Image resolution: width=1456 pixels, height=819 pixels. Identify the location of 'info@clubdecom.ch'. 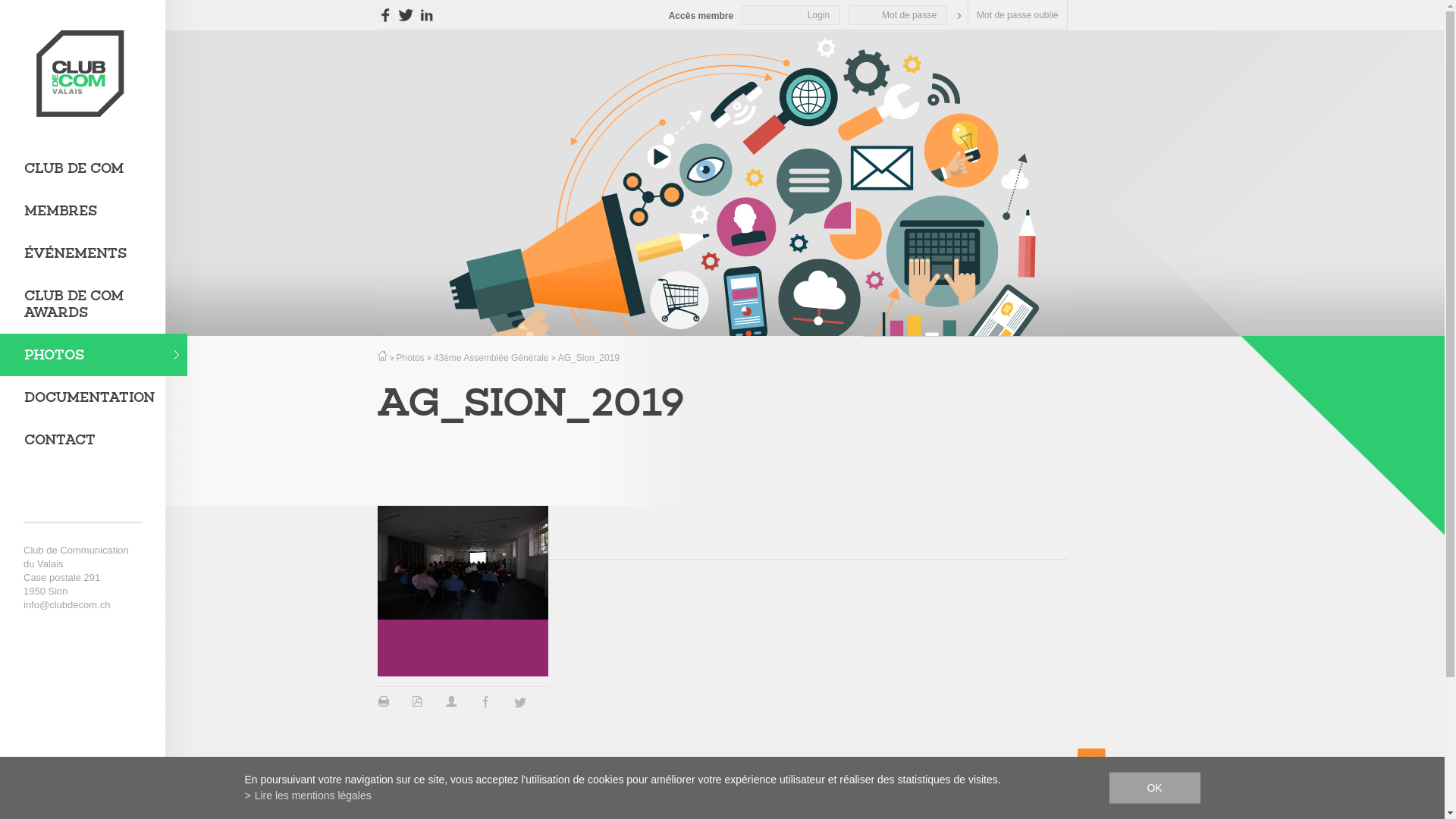
(23, 604).